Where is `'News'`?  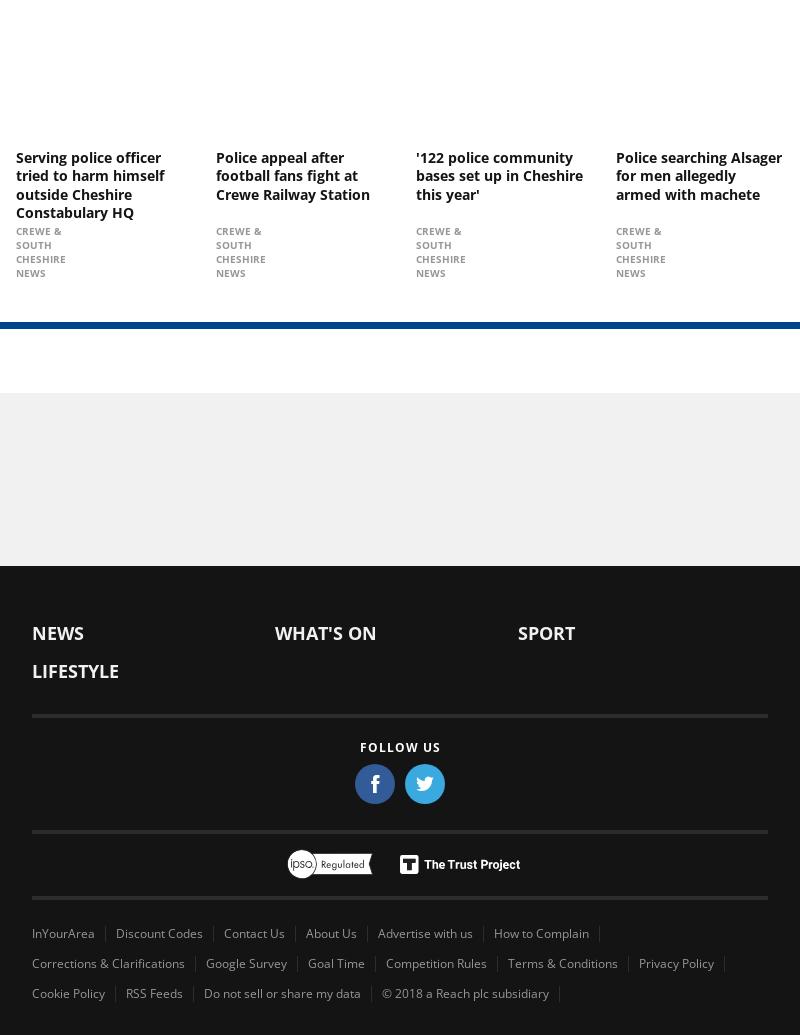 'News' is located at coordinates (32, 632).